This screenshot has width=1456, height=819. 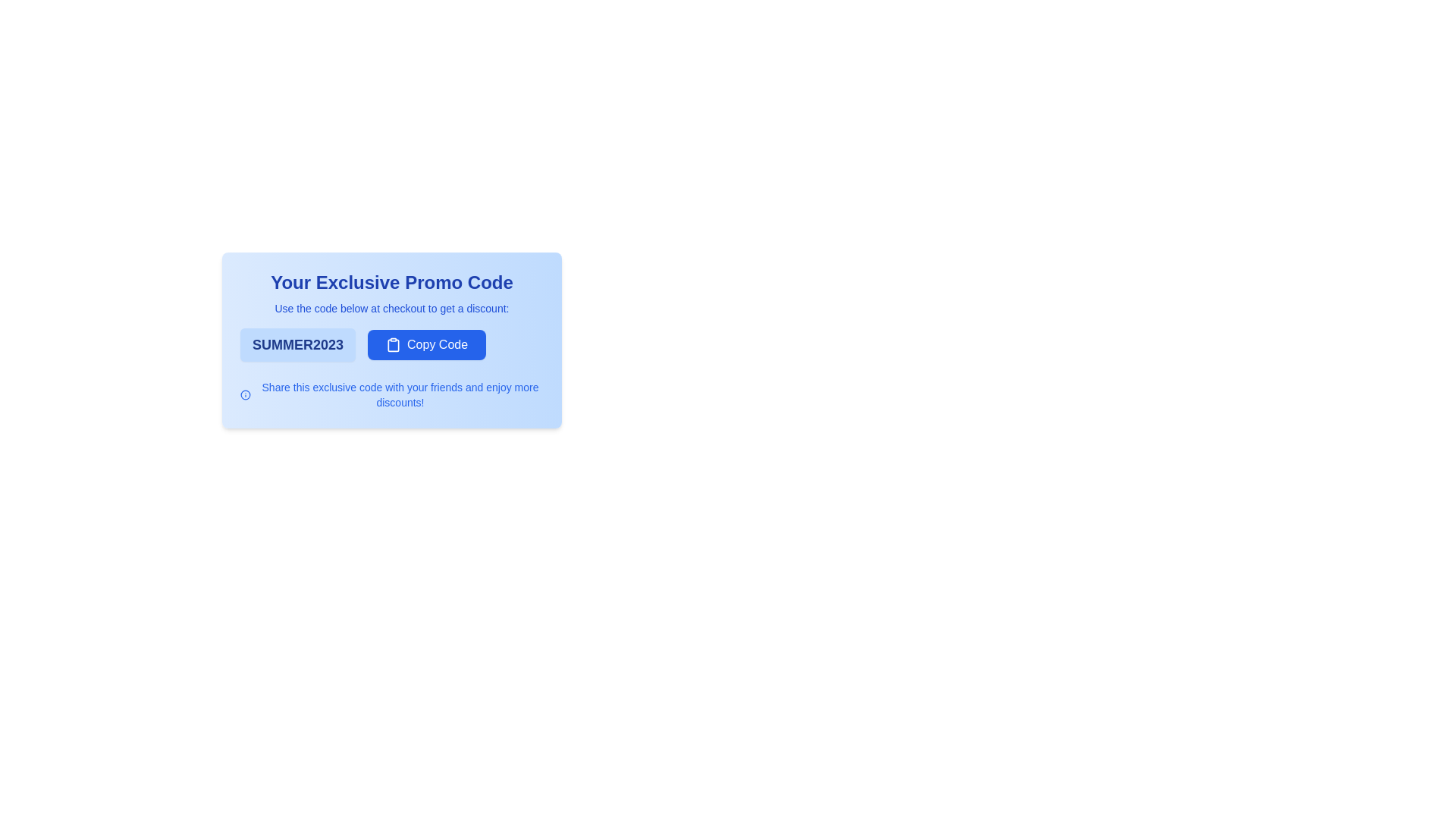 What do you see at coordinates (392, 308) in the screenshot?
I see `the static text label that reads 'Use the code below at checkout to get a discount:' positioned below the heading 'Your Exclusive Promo Code' in the promotional card` at bounding box center [392, 308].